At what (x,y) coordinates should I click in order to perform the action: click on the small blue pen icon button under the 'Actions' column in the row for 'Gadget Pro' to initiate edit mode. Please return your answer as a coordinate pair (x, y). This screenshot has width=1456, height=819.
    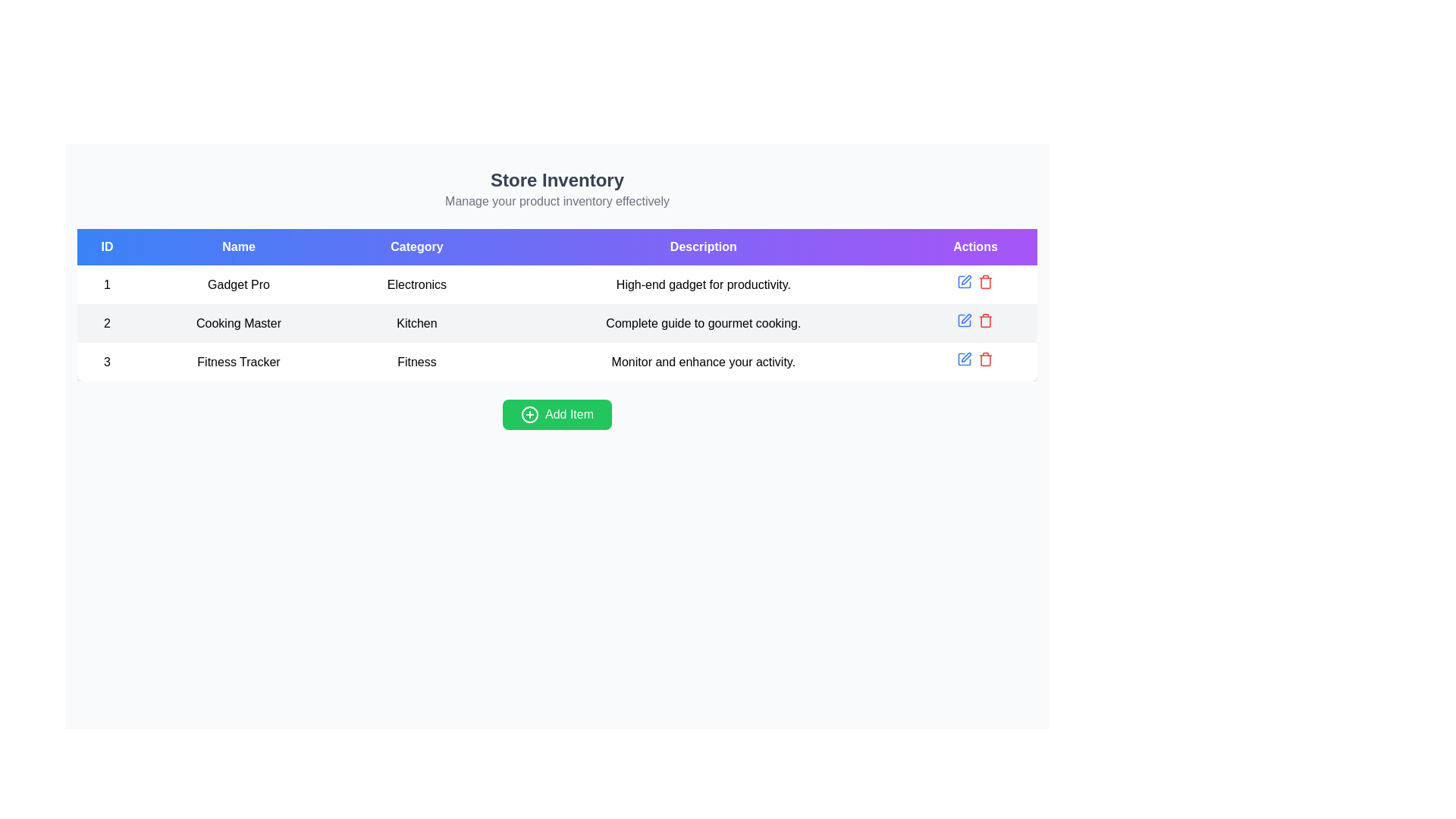
    Looking at the image, I should click on (964, 281).